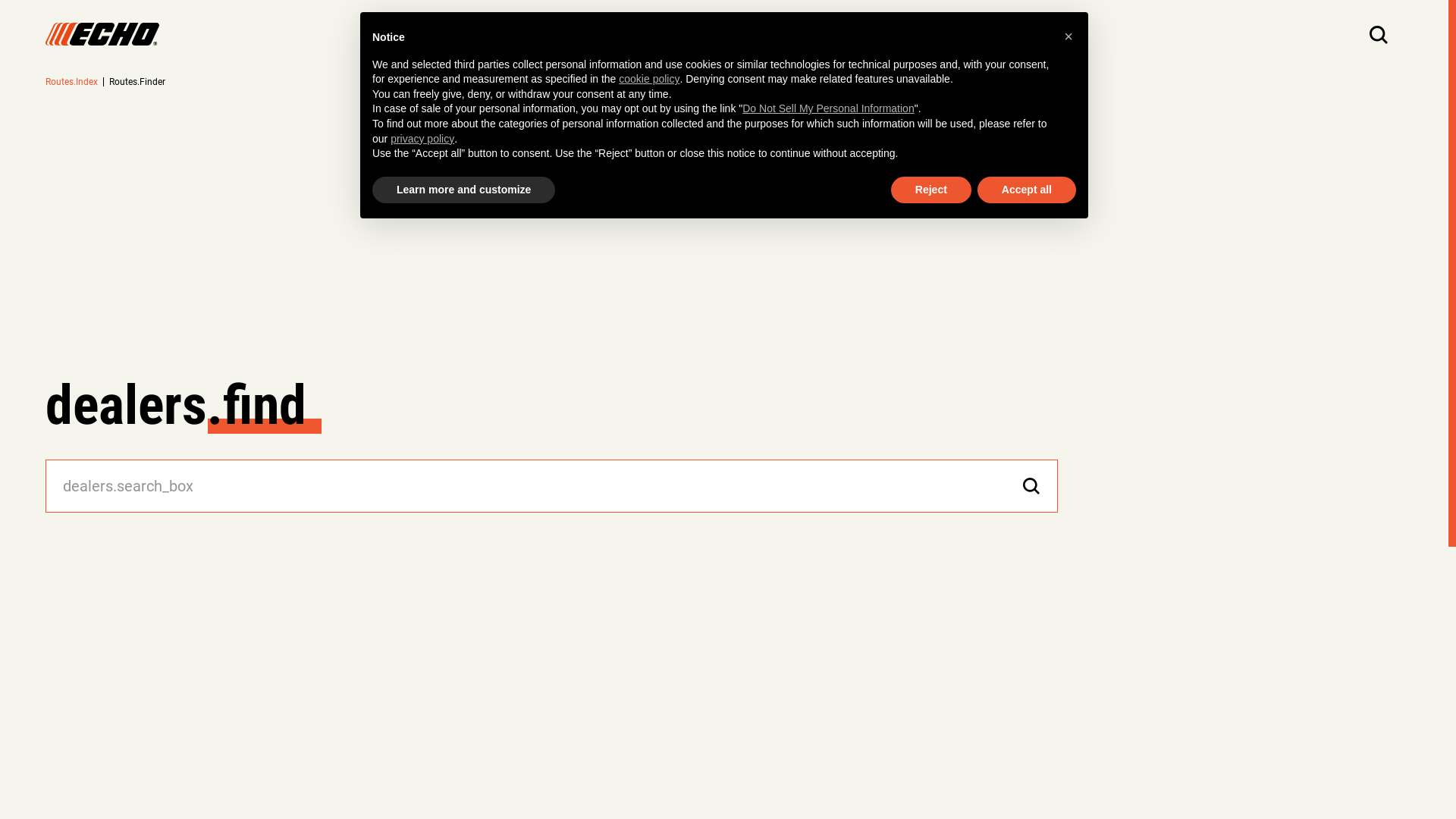  What do you see at coordinates (101, 34) in the screenshot?
I see `'header.logo_alt'` at bounding box center [101, 34].